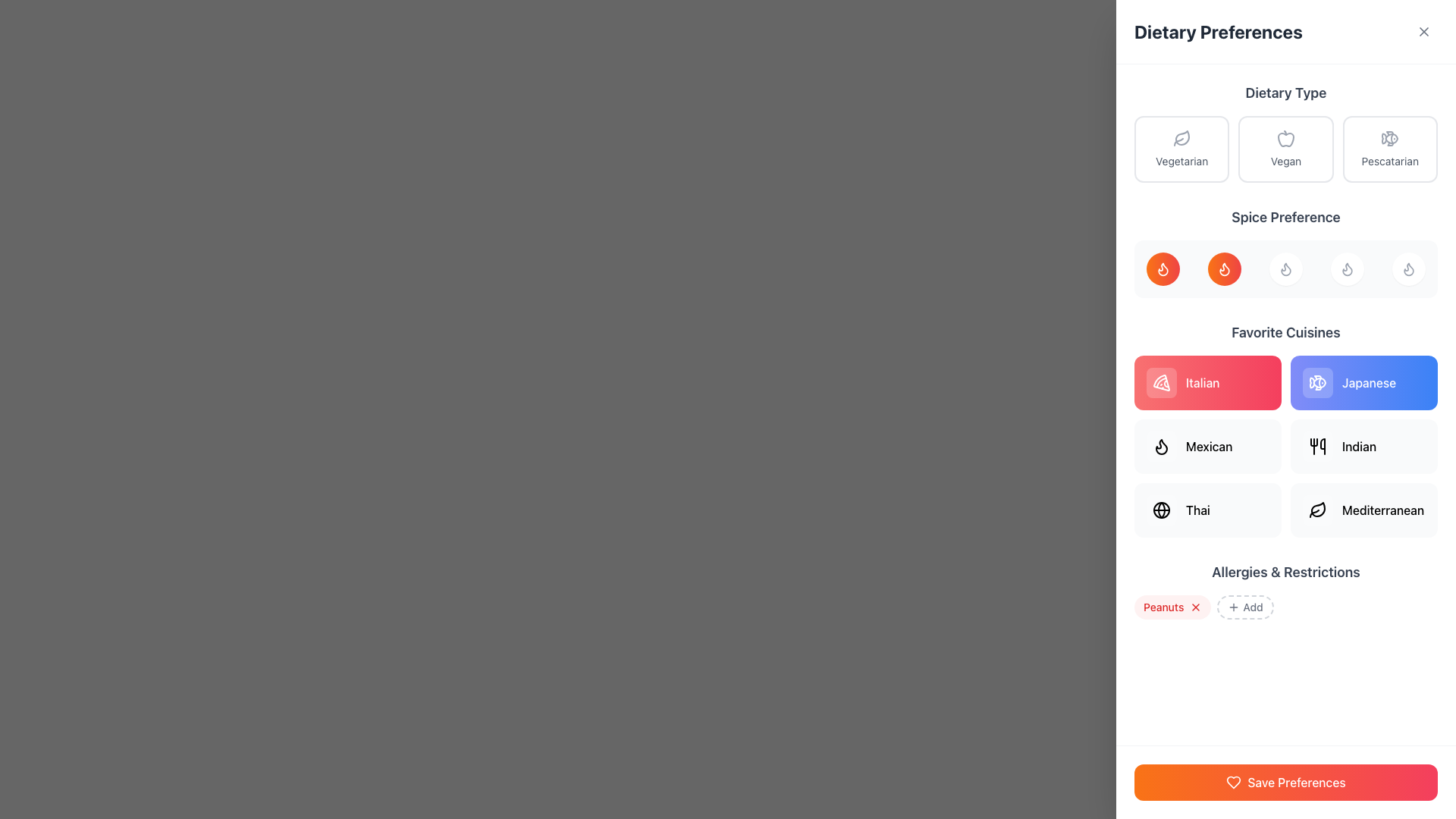 The height and width of the screenshot is (819, 1456). What do you see at coordinates (1364, 446) in the screenshot?
I see `the 'Indian' button, which is located in the second row and second column of the 'Favorite Cuisines' section` at bounding box center [1364, 446].